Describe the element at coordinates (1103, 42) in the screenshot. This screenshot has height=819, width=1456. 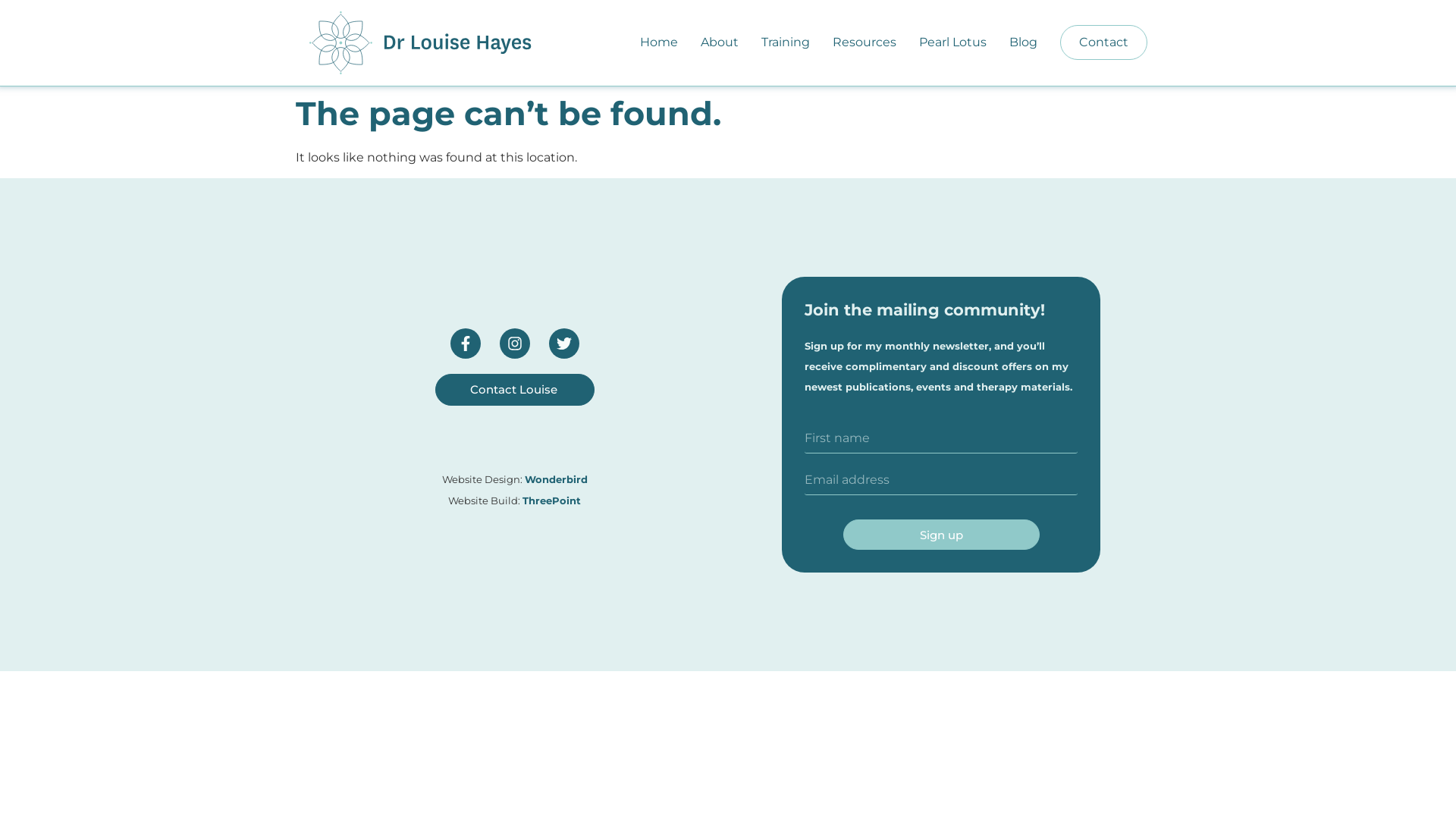
I see `'Contact'` at that location.